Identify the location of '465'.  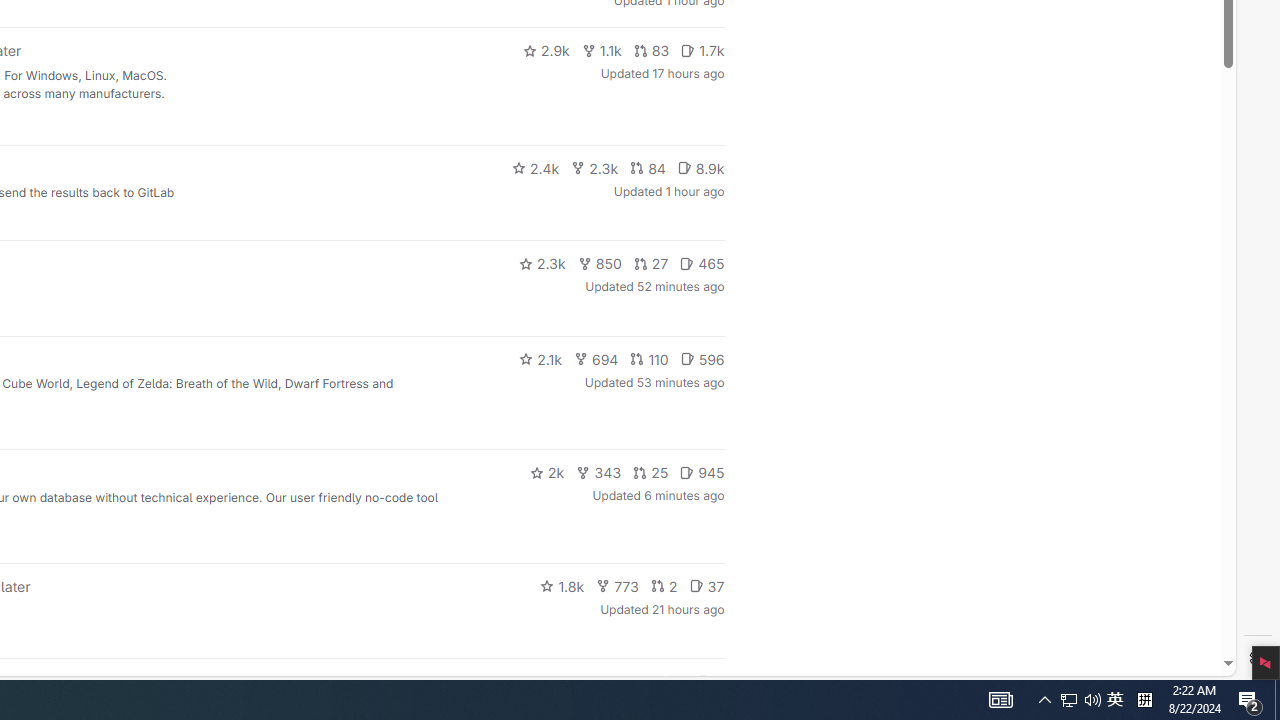
(702, 262).